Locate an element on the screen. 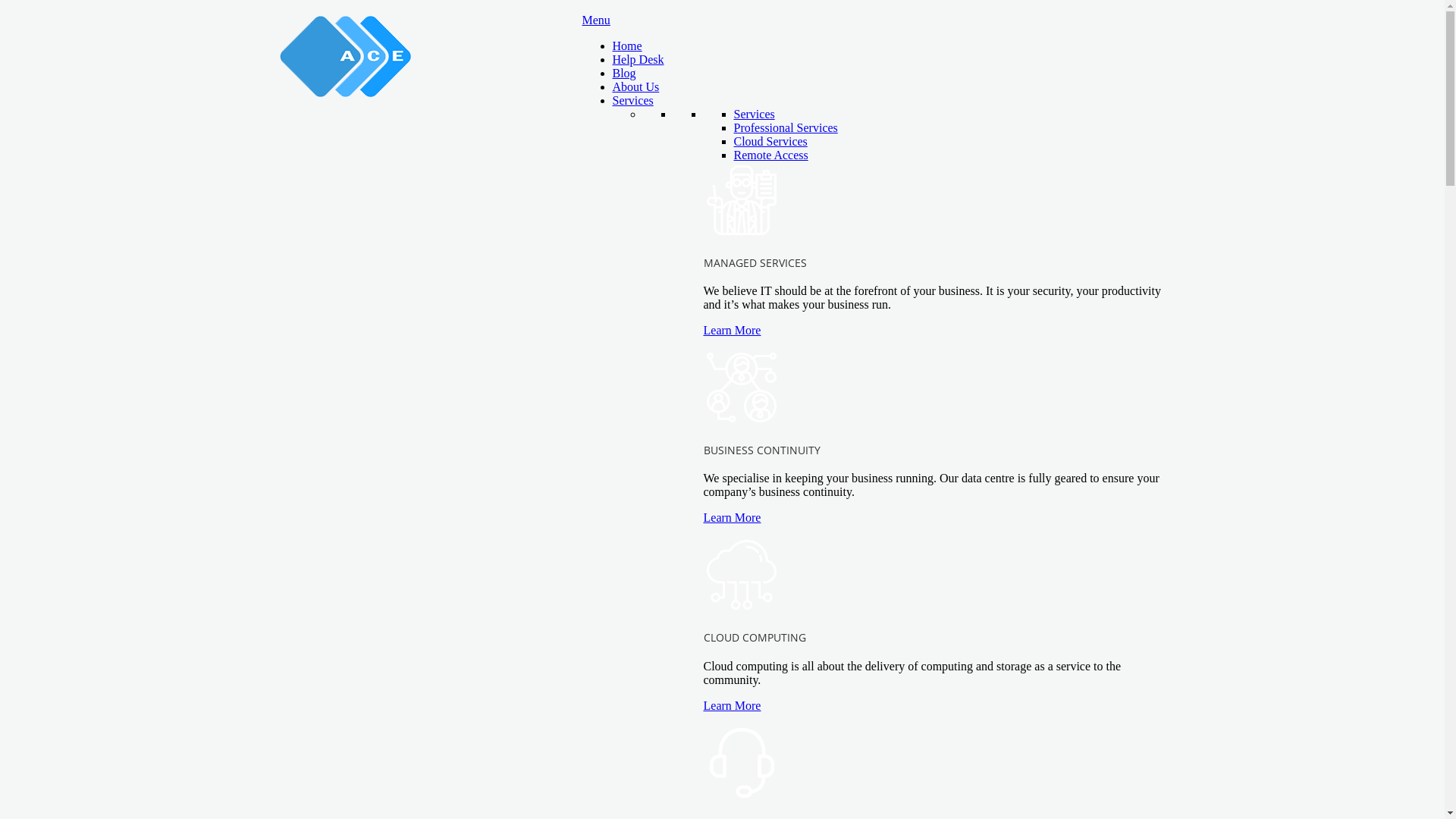 The width and height of the screenshot is (1456, 819). 'Cloud Services' is located at coordinates (770, 141).